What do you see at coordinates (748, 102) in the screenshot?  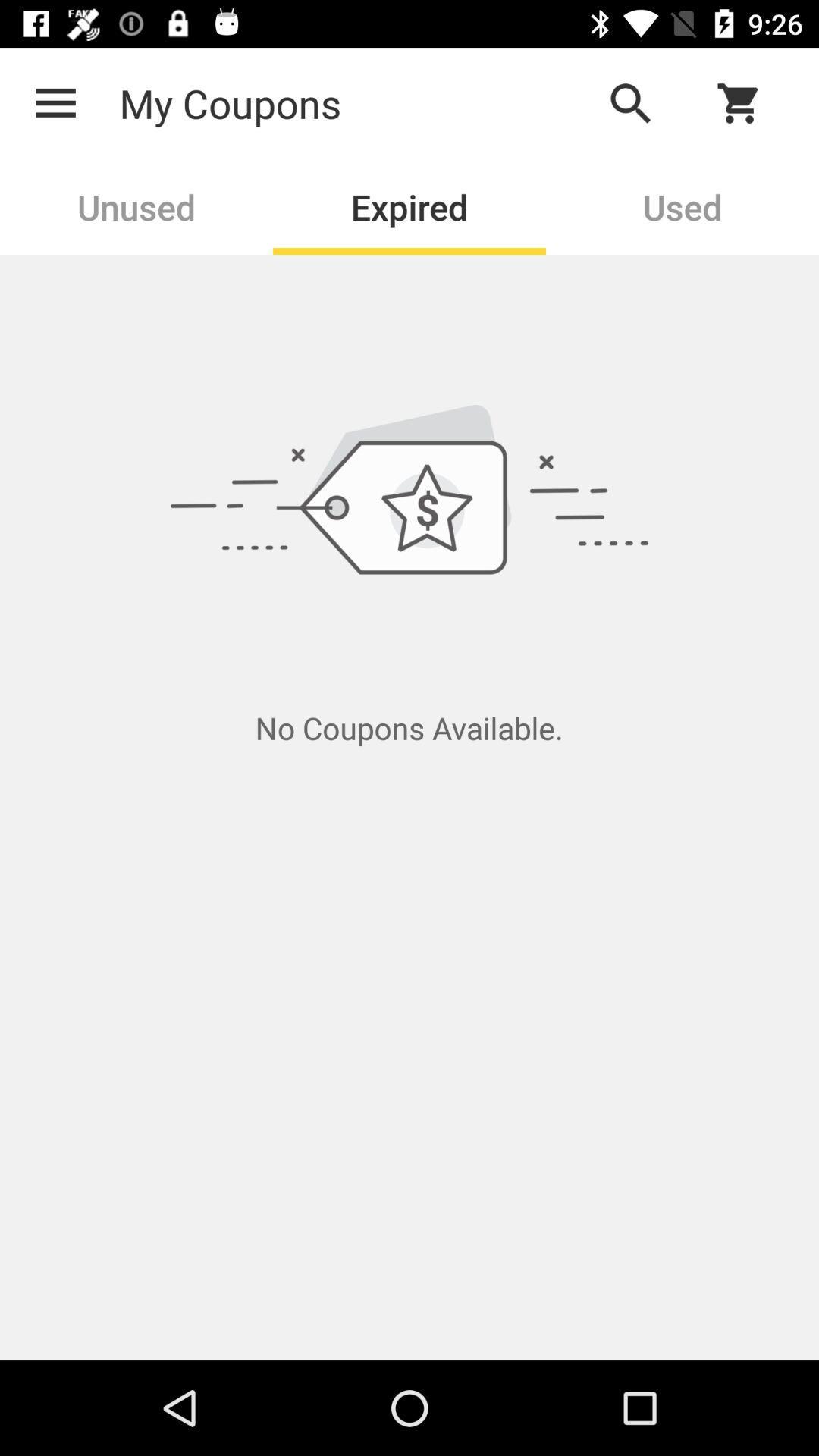 I see `purches` at bounding box center [748, 102].